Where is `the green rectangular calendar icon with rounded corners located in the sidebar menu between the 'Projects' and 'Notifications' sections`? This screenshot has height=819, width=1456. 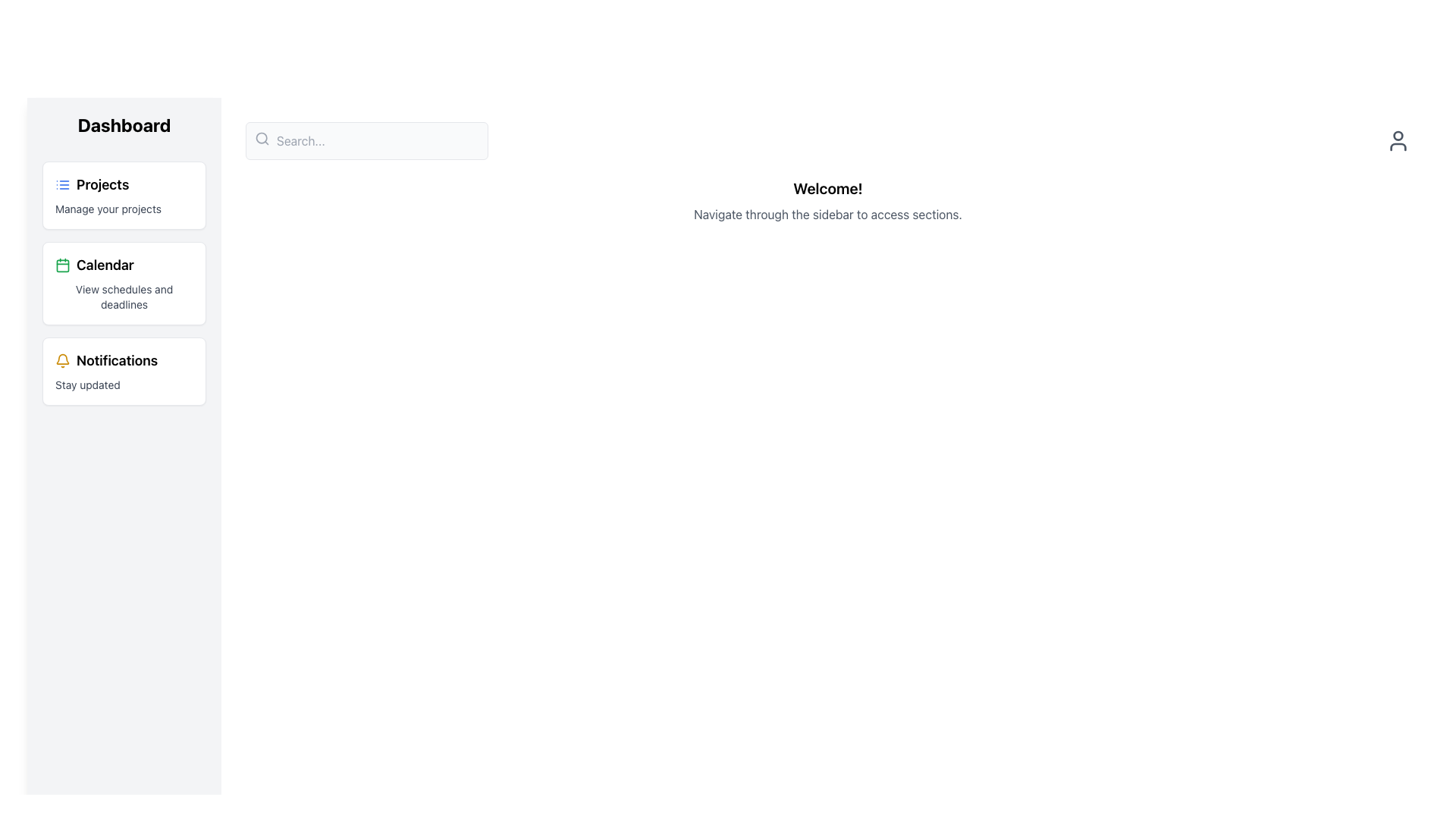
the green rectangular calendar icon with rounded corners located in the sidebar menu between the 'Projects' and 'Notifications' sections is located at coordinates (61, 265).